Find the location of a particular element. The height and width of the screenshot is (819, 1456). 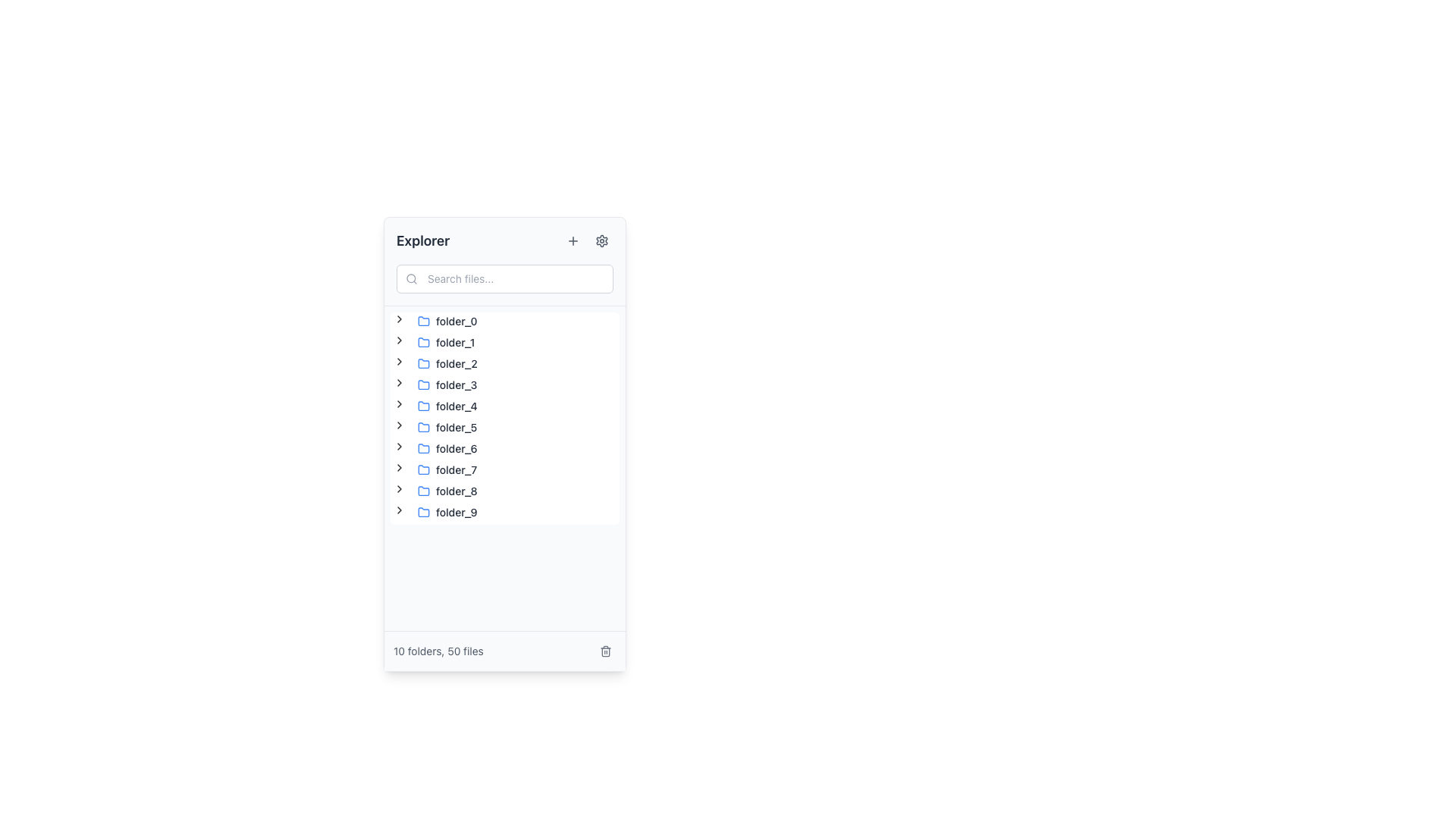

the list item representing the folder named 'folder_6' is located at coordinates (447, 447).